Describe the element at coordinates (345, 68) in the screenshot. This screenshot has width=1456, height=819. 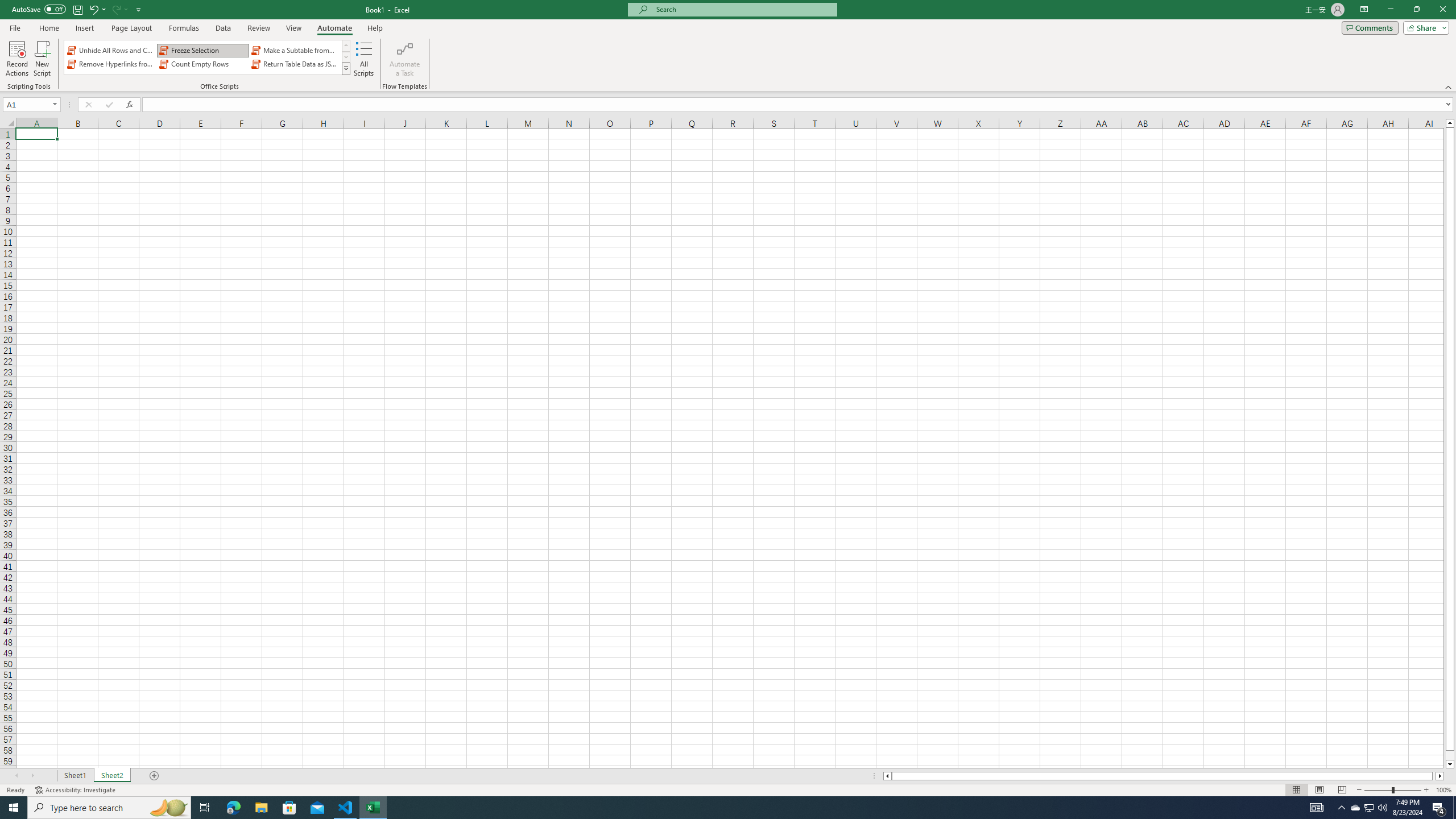
I see `'Class: NetUIImage'` at that location.